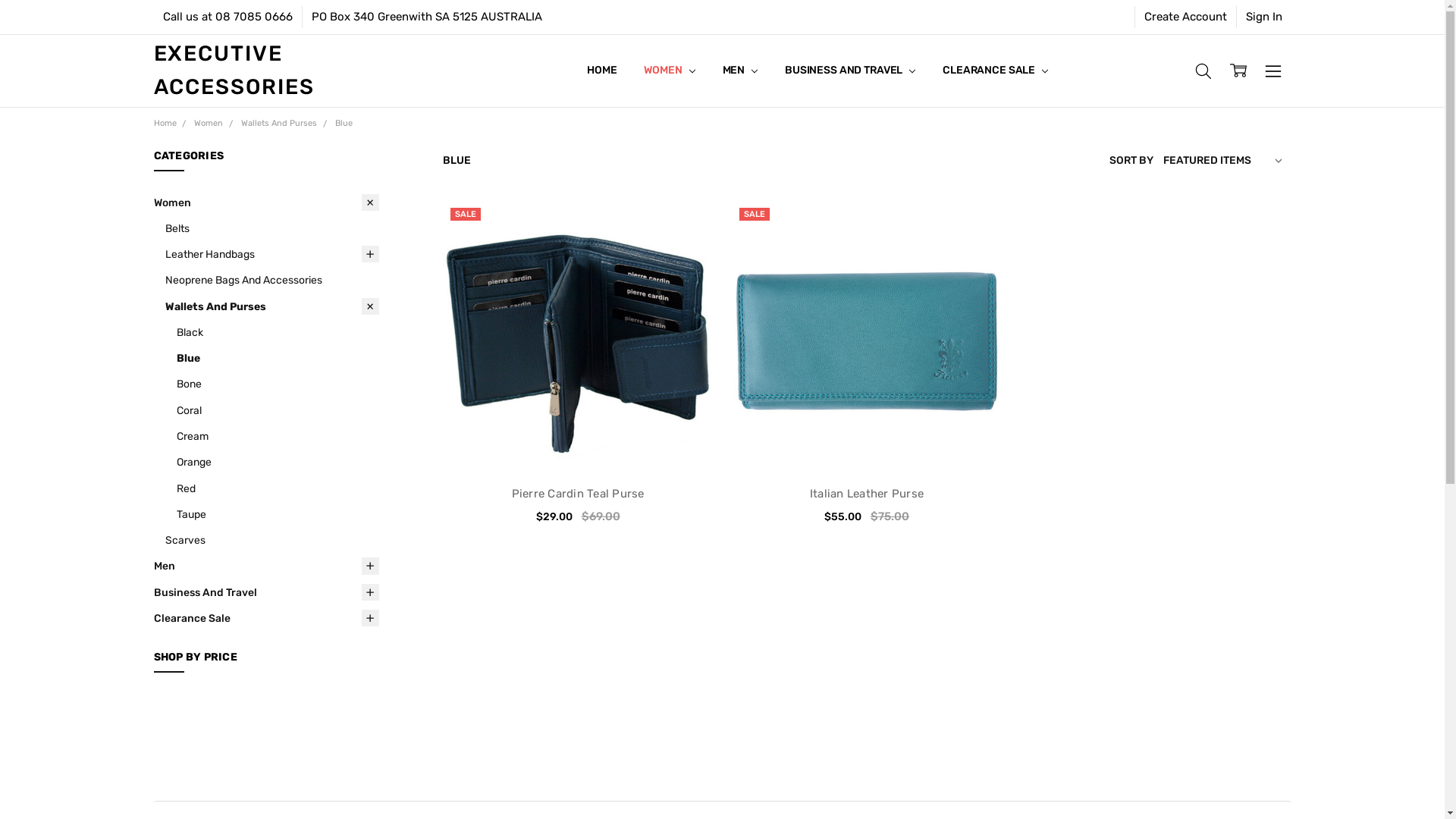 This screenshot has width=1456, height=819. I want to click on 'Scarves', so click(272, 539).